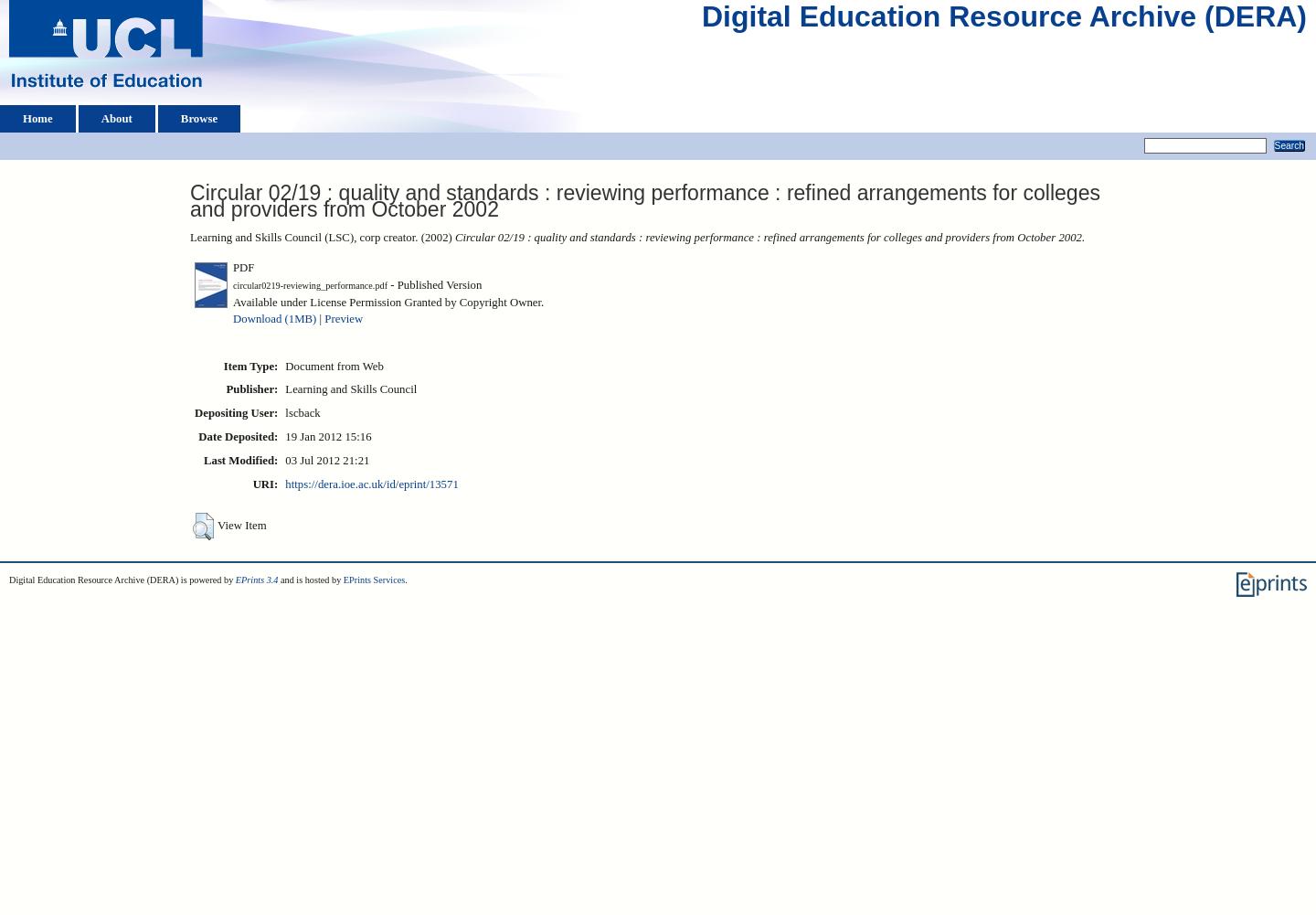 Image resolution: width=1316 pixels, height=915 pixels. Describe the element at coordinates (342, 319) in the screenshot. I see `'Preview'` at that location.